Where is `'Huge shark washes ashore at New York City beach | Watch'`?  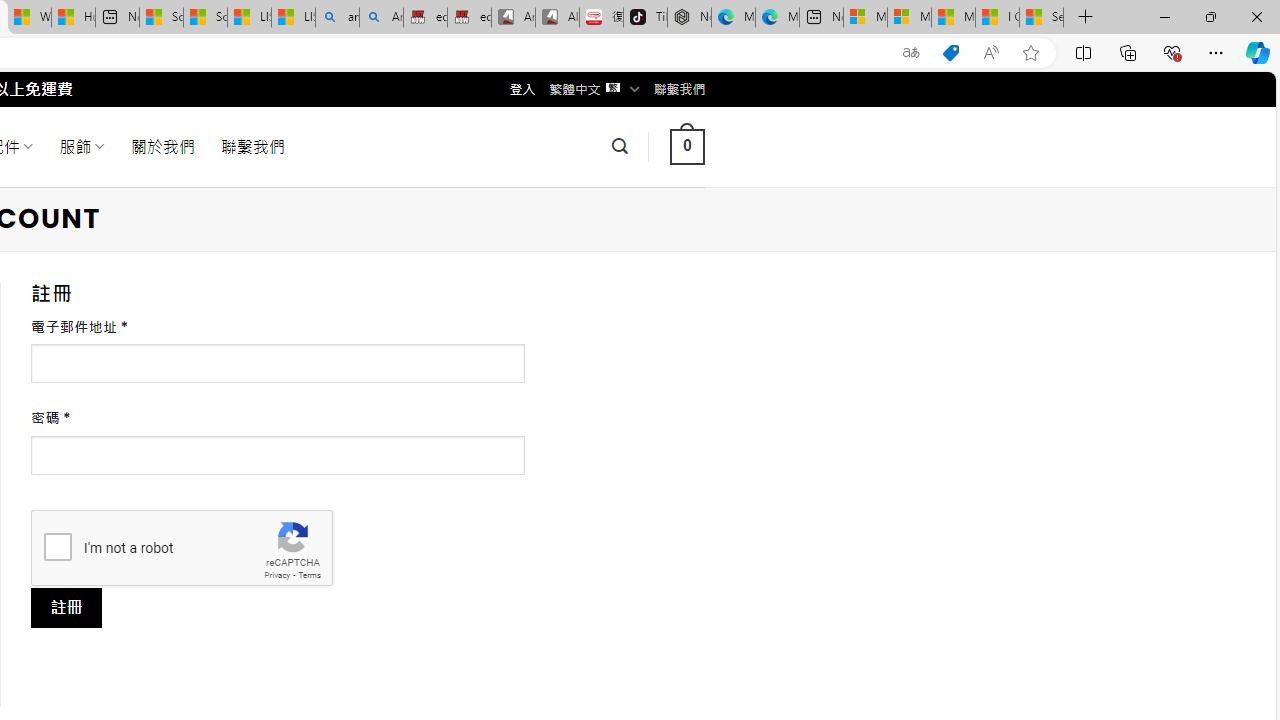
'Huge shark washes ashore at New York City beach | Watch' is located at coordinates (73, 17).